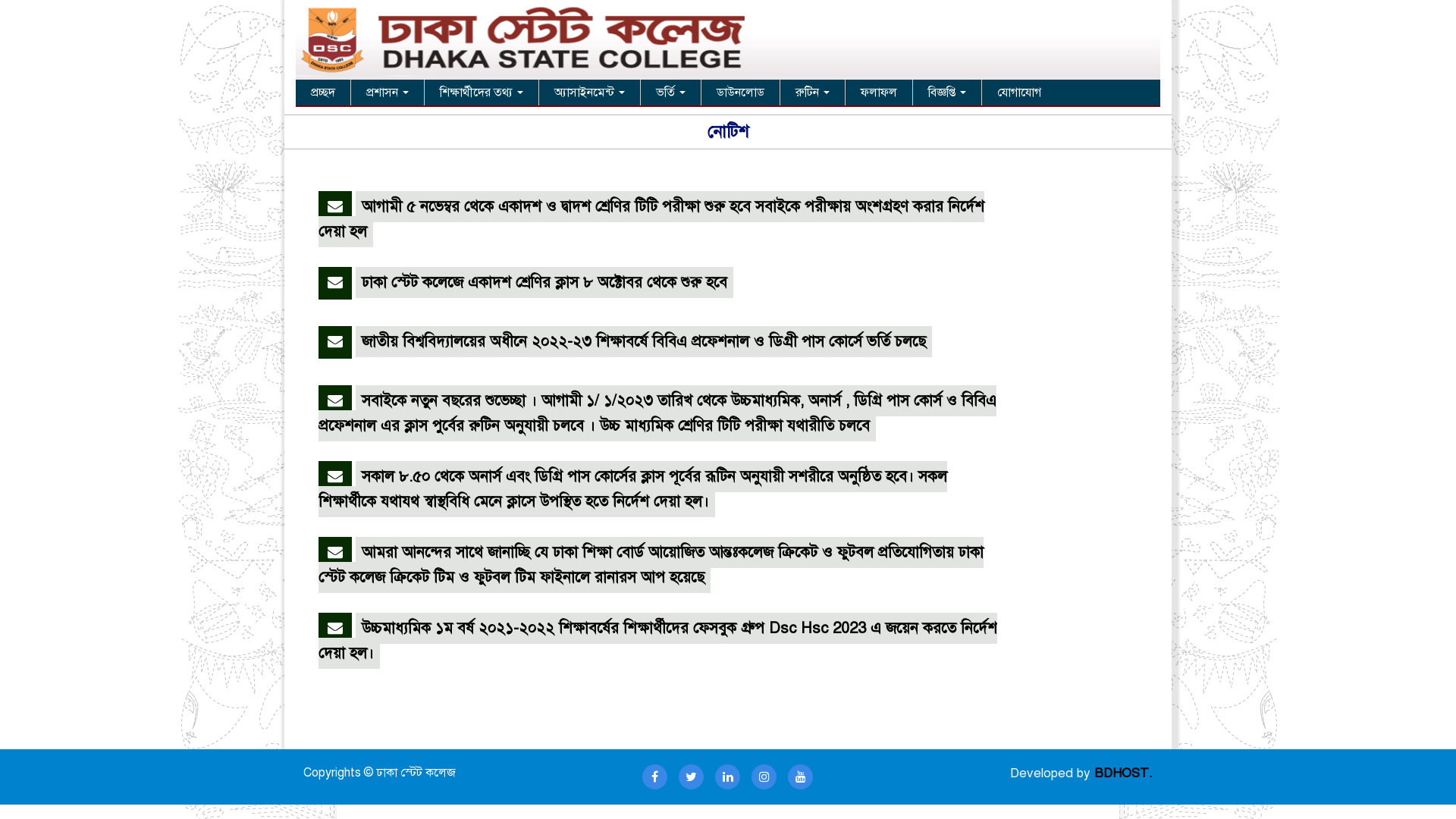 This screenshot has width=1456, height=819. What do you see at coordinates (1123, 773) in the screenshot?
I see `'BDHOST.'` at bounding box center [1123, 773].